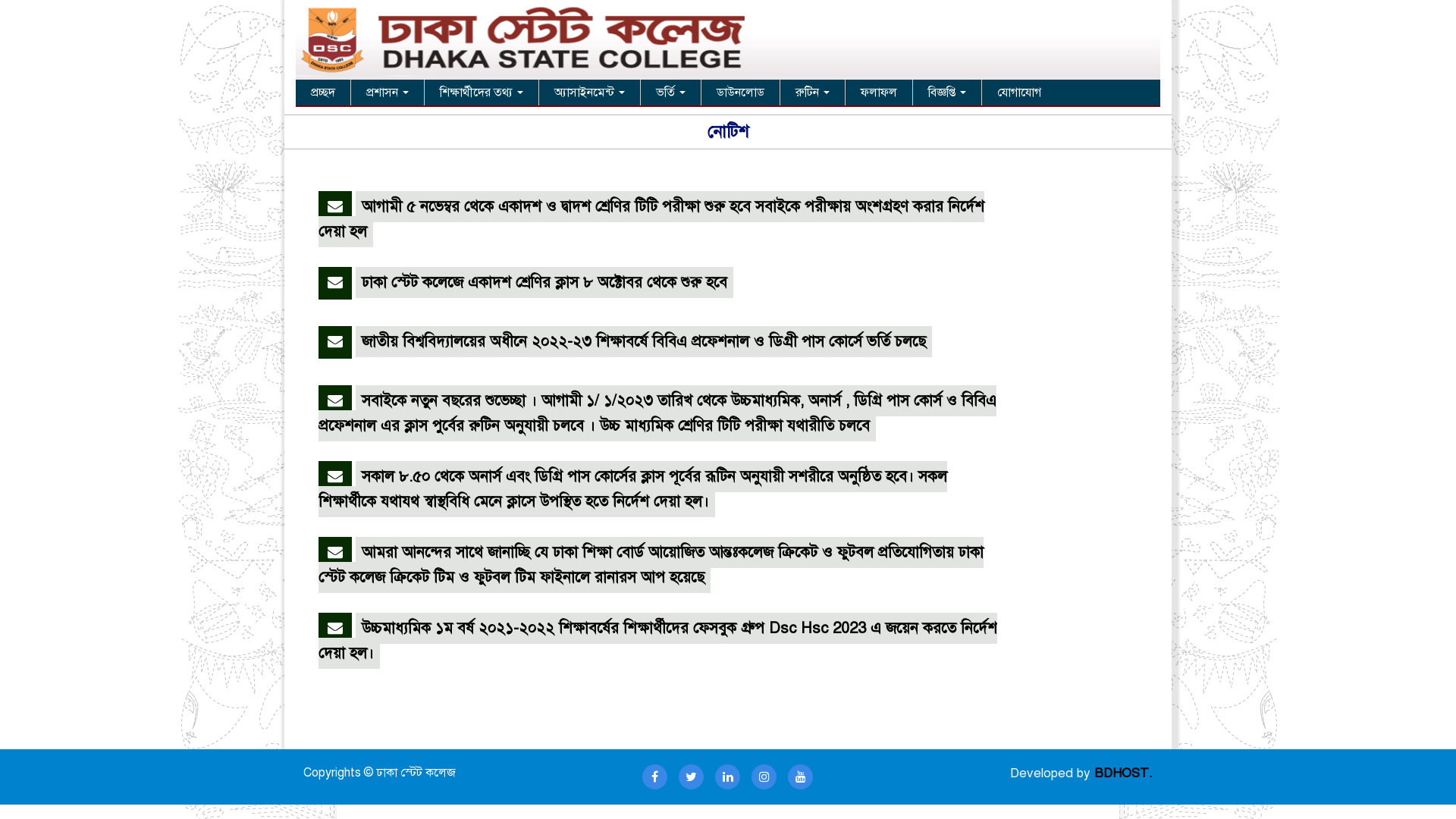 This screenshot has width=1456, height=819. What do you see at coordinates (1123, 773) in the screenshot?
I see `'BDHOST.'` at bounding box center [1123, 773].